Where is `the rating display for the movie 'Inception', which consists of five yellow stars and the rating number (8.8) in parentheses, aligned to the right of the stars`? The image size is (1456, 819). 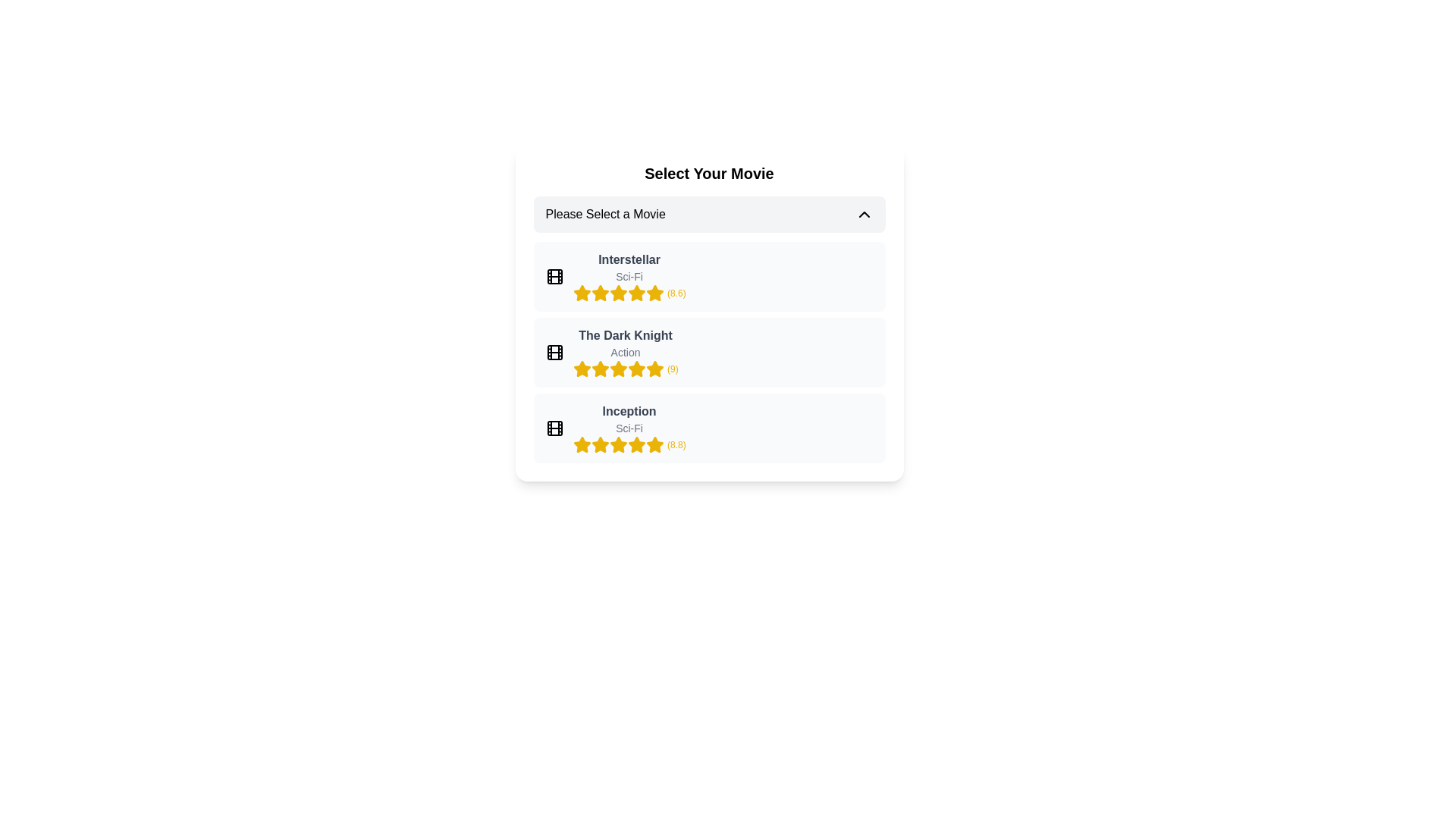 the rating display for the movie 'Inception', which consists of five yellow stars and the rating number (8.8) in parentheses, aligned to the right of the stars is located at coordinates (629, 444).